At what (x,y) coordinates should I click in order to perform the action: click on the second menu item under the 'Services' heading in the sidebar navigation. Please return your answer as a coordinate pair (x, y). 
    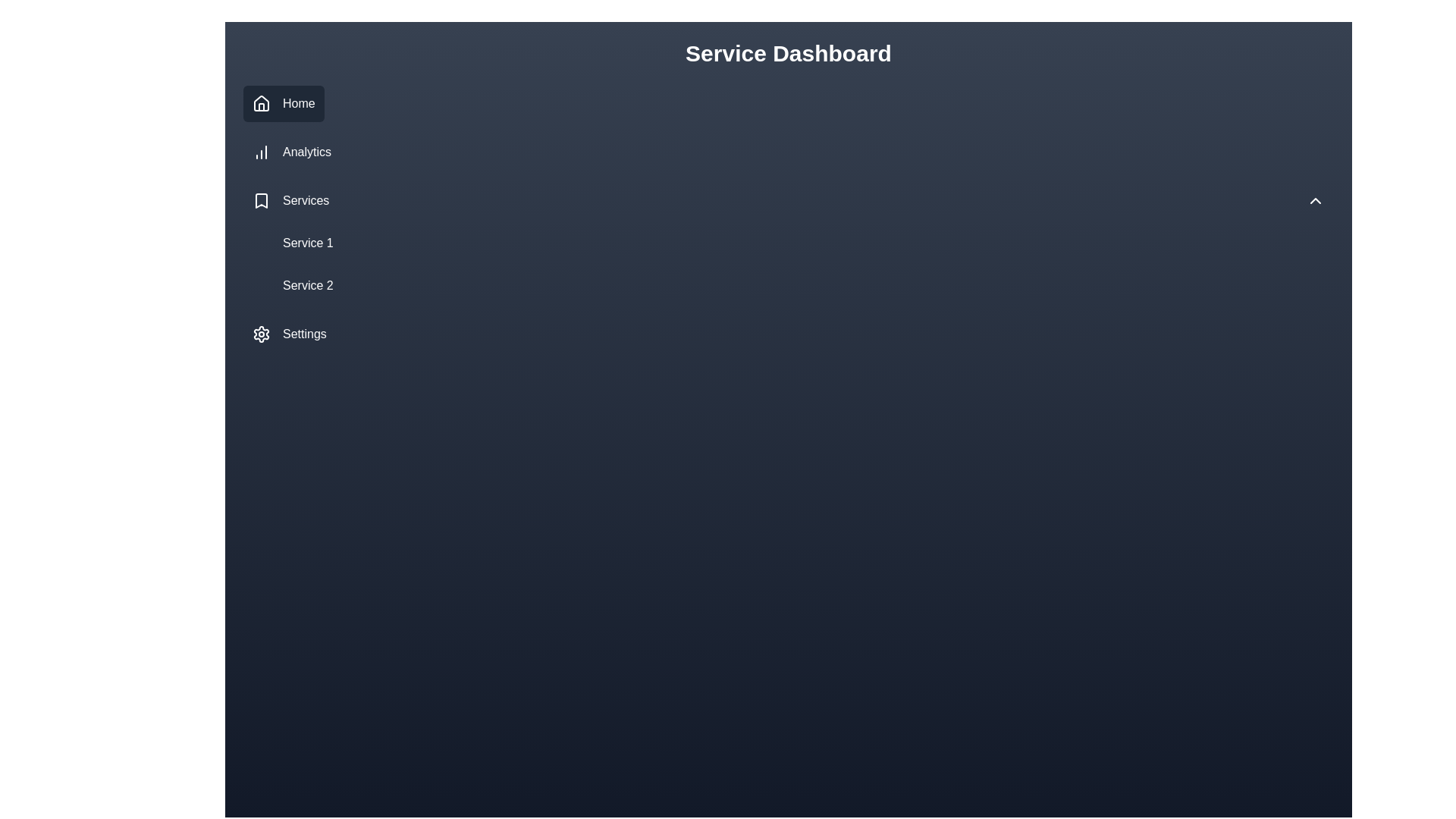
    Looking at the image, I should click on (307, 286).